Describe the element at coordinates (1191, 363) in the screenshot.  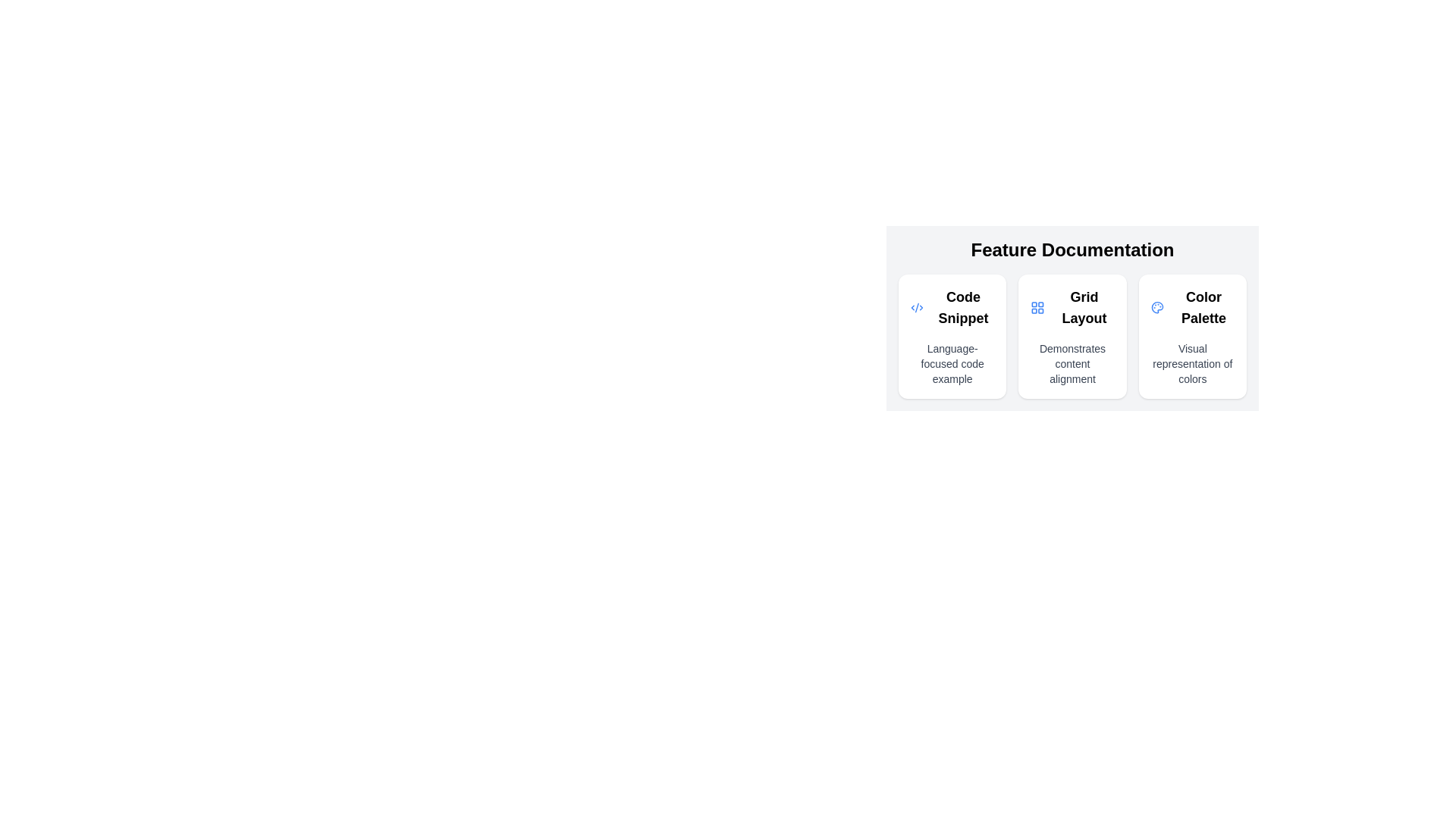
I see `descriptive label text located beneath the 'Color Palette' heading in the 'Color Palette' section of the 'Feature Documentation' interface` at that location.